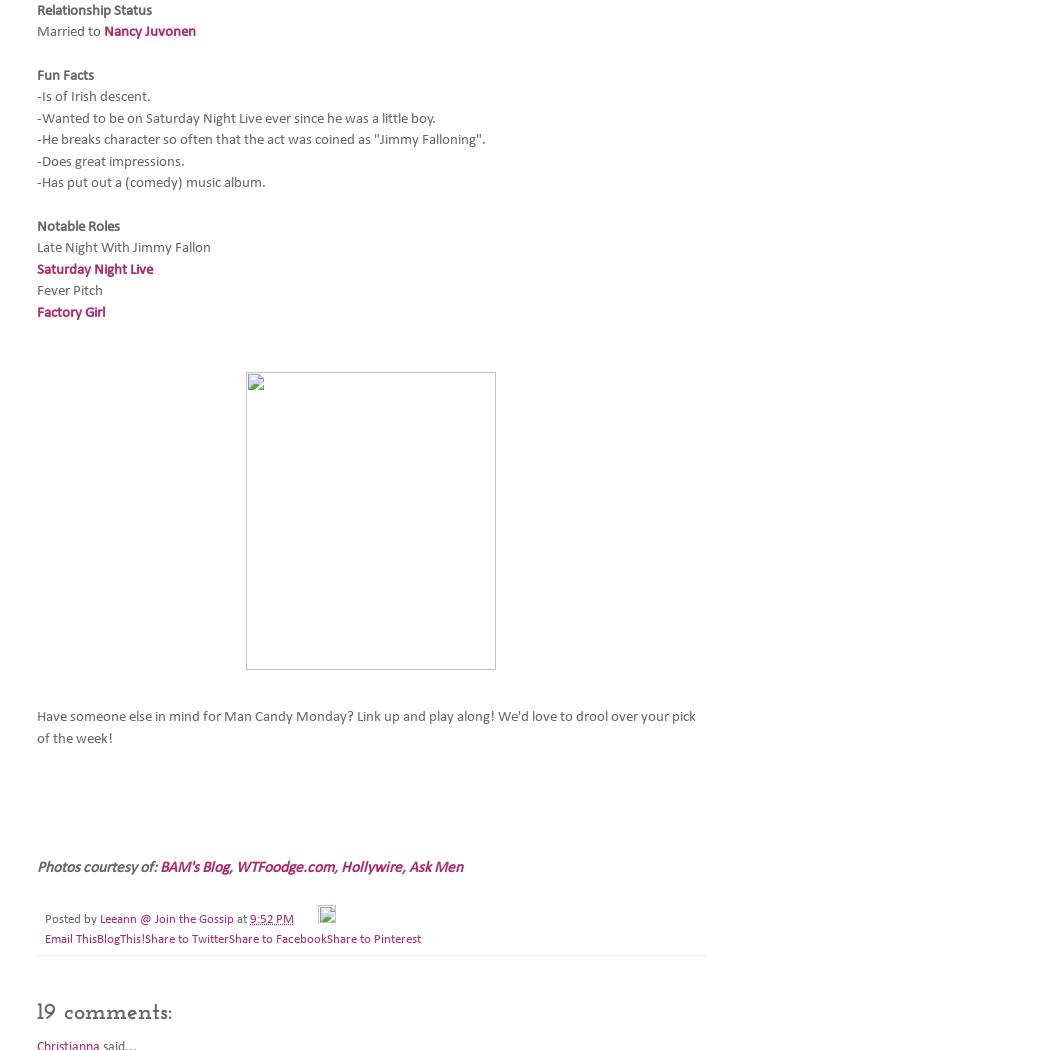  Describe the element at coordinates (94, 268) in the screenshot. I see `'Saturday Night Live'` at that location.